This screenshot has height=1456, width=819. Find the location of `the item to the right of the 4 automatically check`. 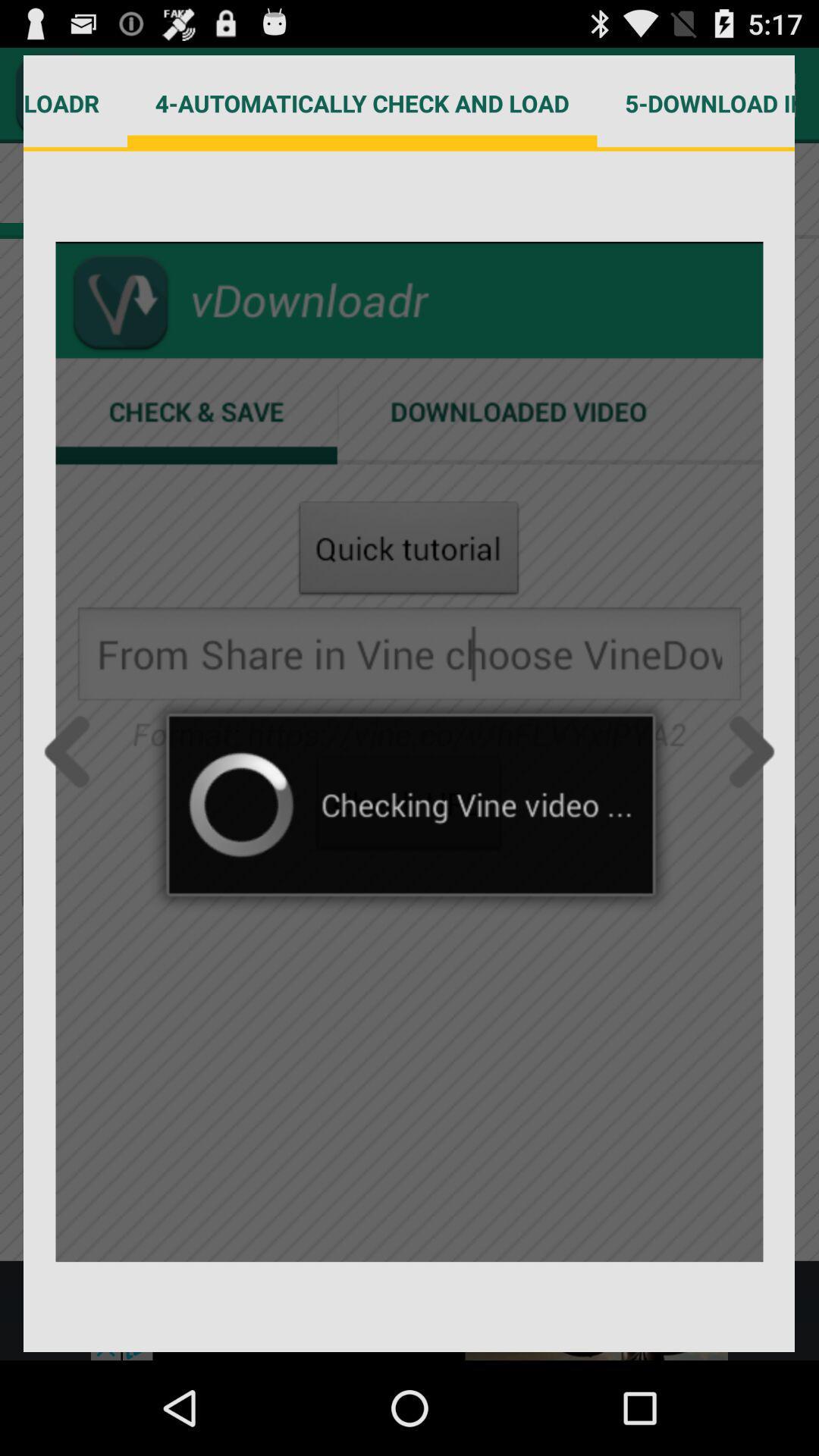

the item to the right of the 4 automatically check is located at coordinates (696, 102).